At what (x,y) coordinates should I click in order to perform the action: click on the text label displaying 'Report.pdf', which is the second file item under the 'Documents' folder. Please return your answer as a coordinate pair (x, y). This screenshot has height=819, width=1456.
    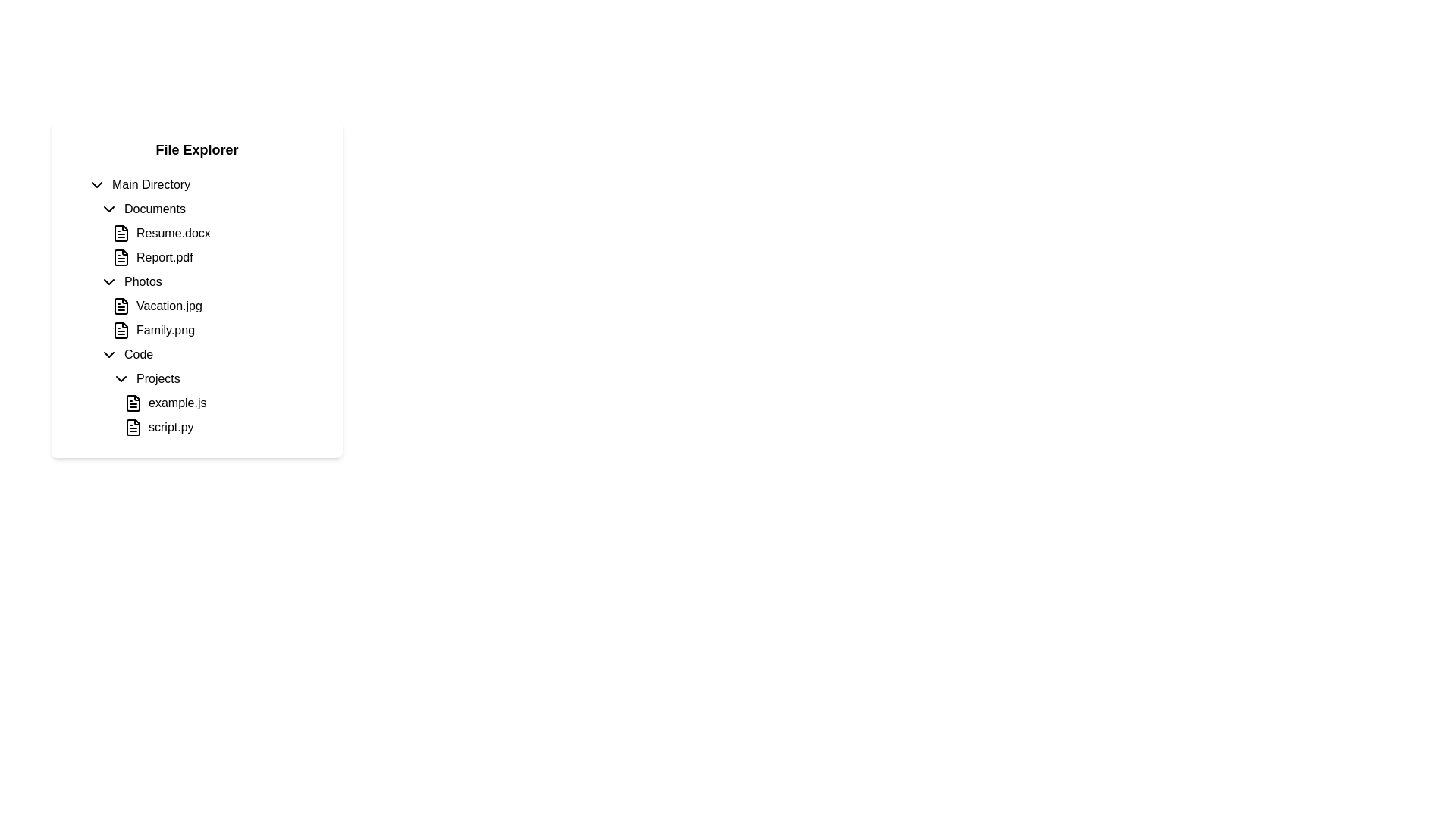
    Looking at the image, I should click on (165, 256).